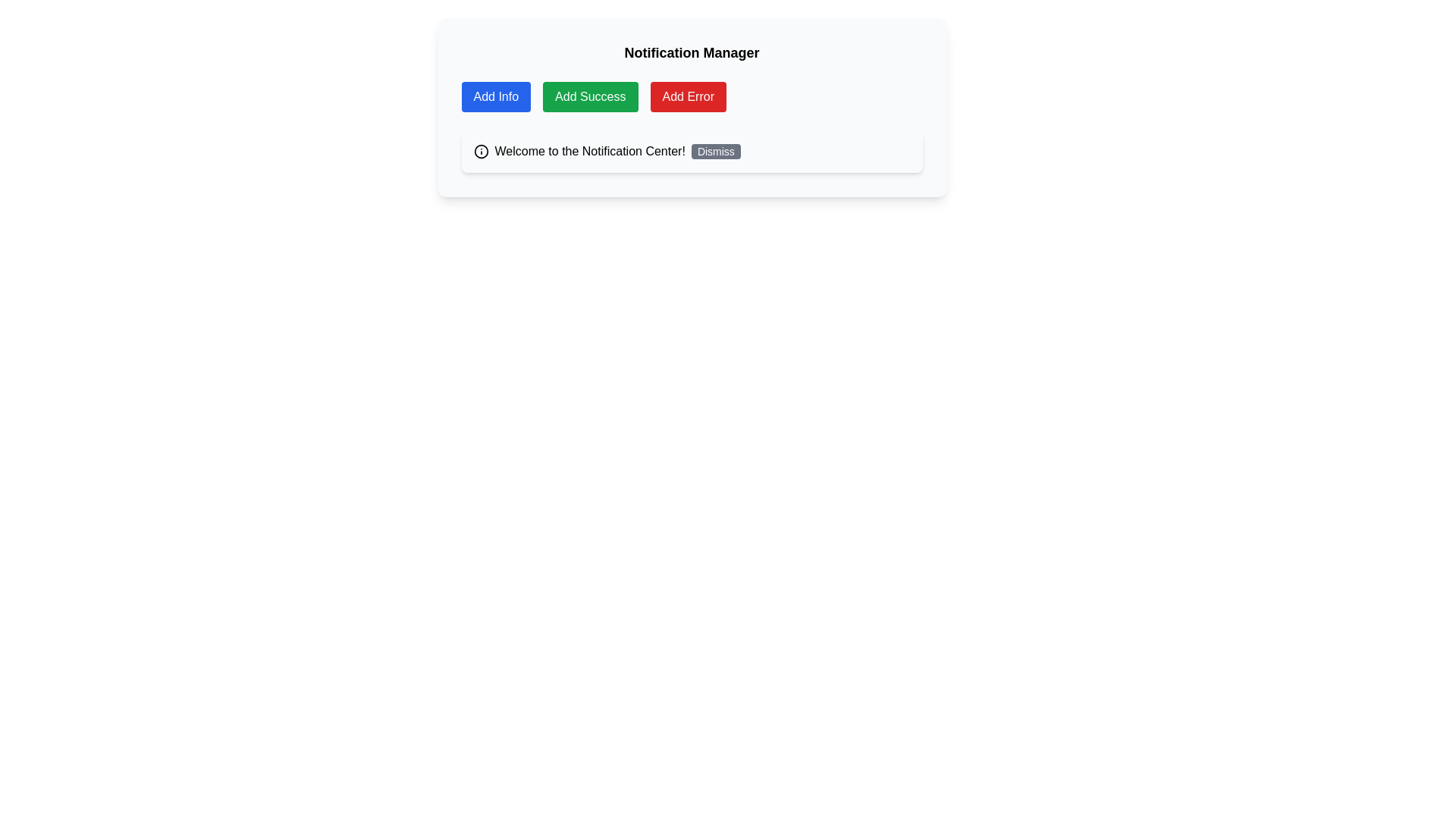 Image resolution: width=1456 pixels, height=819 pixels. I want to click on the 'Add Info' button located at the top left corner of the button group to initiate its action, so click(496, 96).